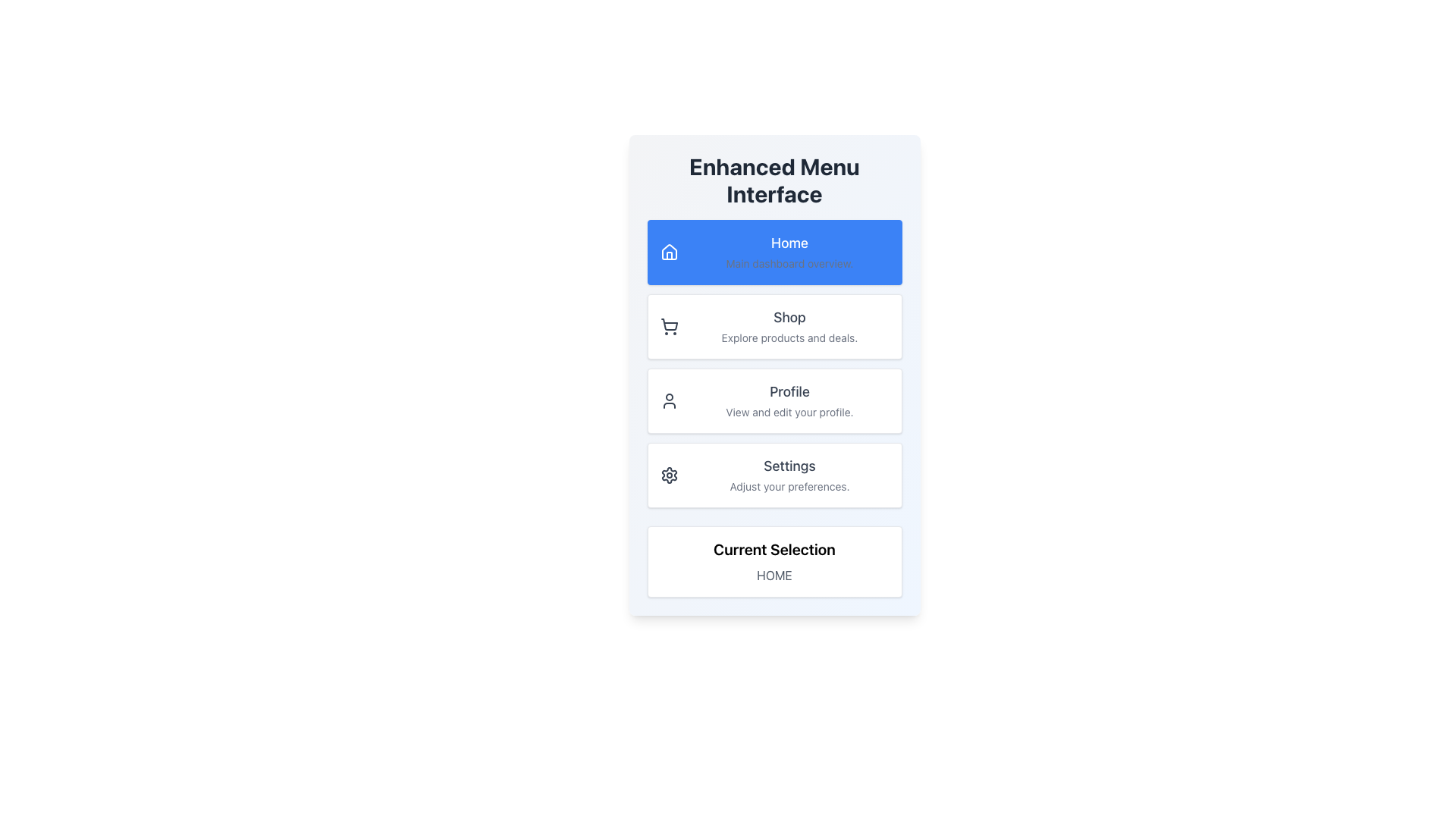 This screenshot has width=1456, height=819. I want to click on the icon that resembles a stylized house outline with a roof and a door, which is located within the blue button labeled 'Home', so click(668, 251).